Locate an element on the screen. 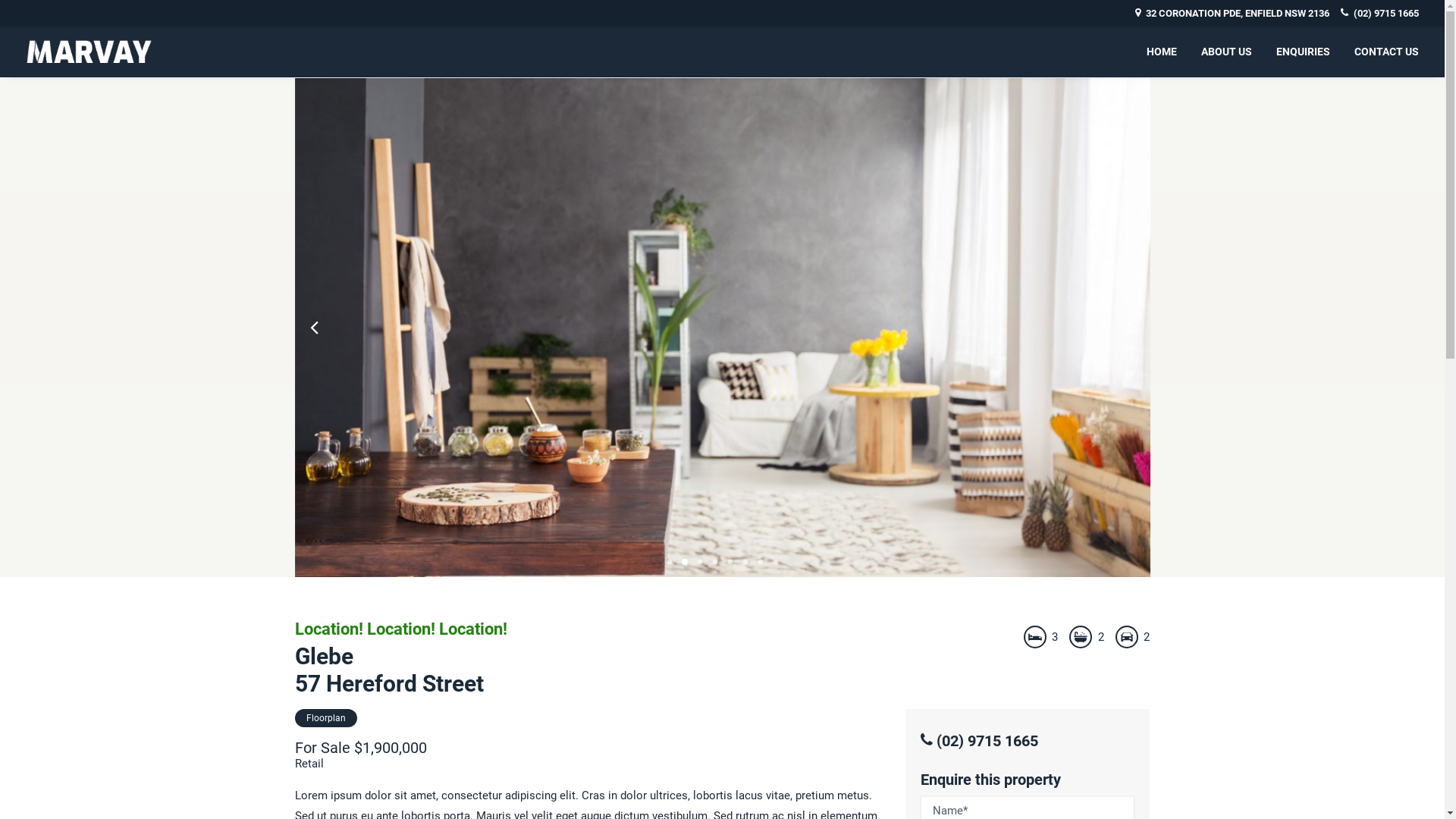  'Bedrooms' is located at coordinates (1034, 636).